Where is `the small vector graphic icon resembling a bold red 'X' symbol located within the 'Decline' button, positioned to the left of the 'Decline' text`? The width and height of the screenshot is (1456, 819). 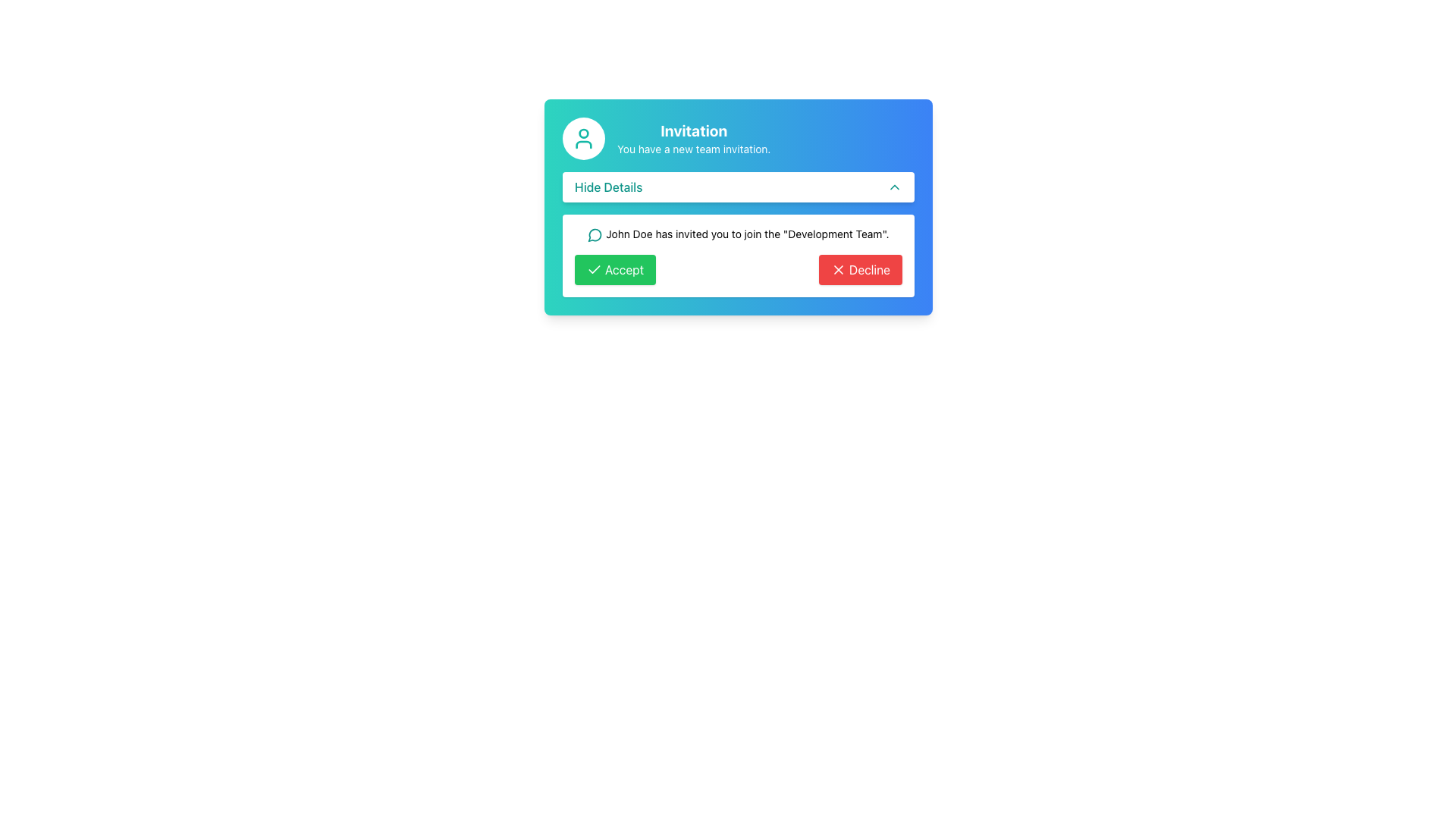
the small vector graphic icon resembling a bold red 'X' symbol located within the 'Decline' button, positioned to the left of the 'Decline' text is located at coordinates (837, 269).